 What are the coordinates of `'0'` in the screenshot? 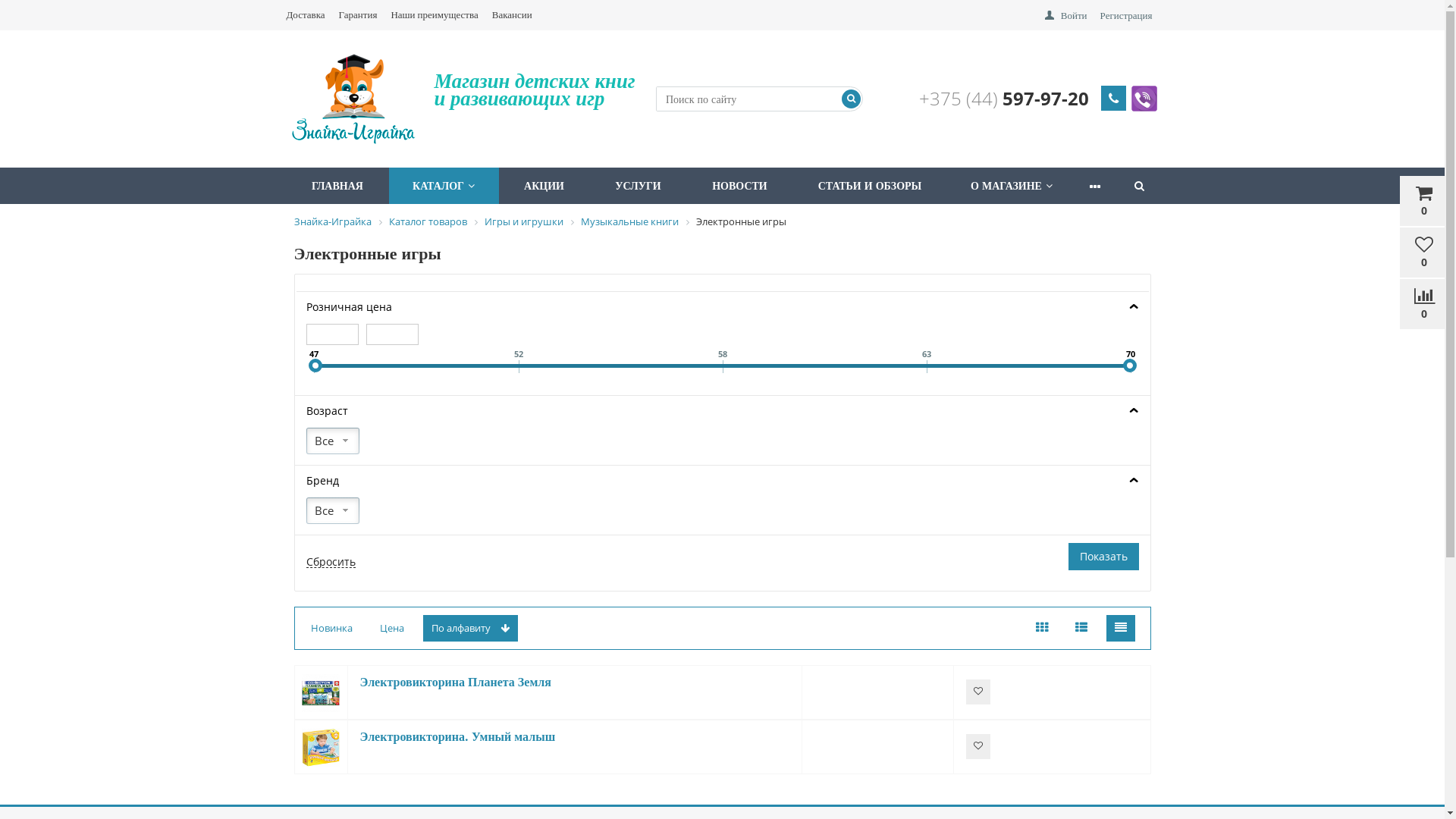 It's located at (1423, 251).